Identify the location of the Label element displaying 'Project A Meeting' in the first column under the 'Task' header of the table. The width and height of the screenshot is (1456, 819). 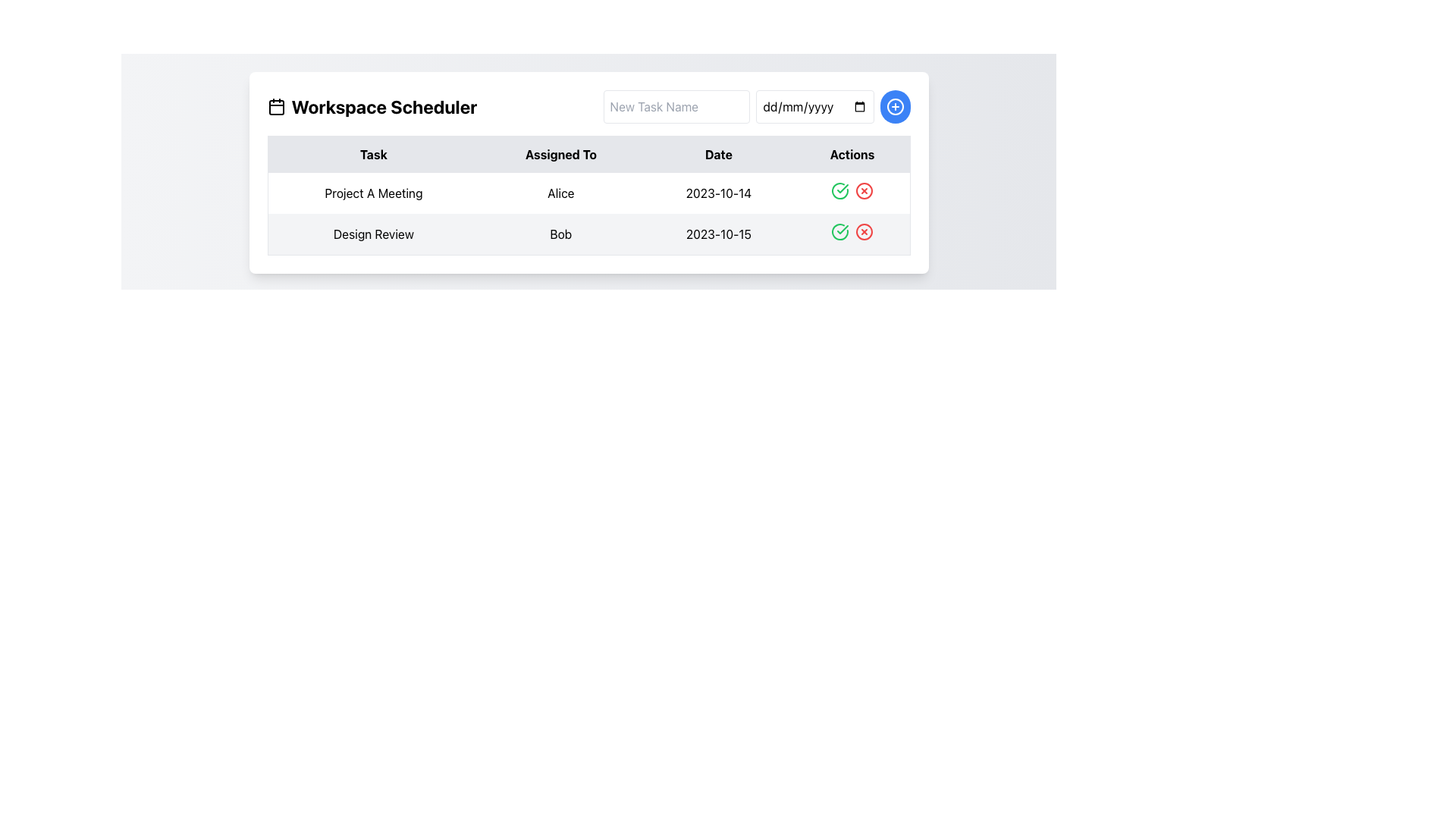
(373, 192).